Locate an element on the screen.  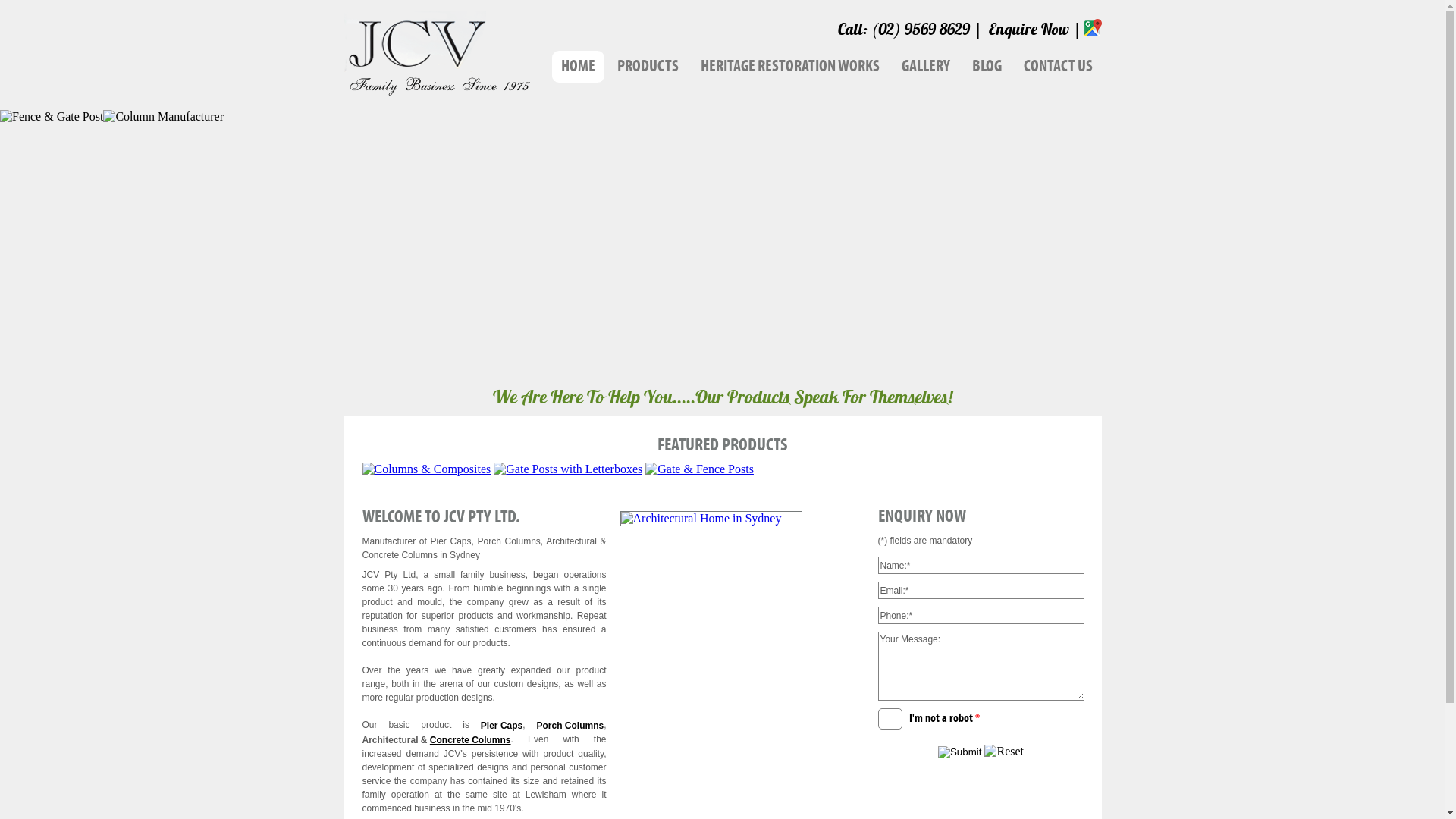
'(02) 9569 8629' is located at coordinates (867, 29).